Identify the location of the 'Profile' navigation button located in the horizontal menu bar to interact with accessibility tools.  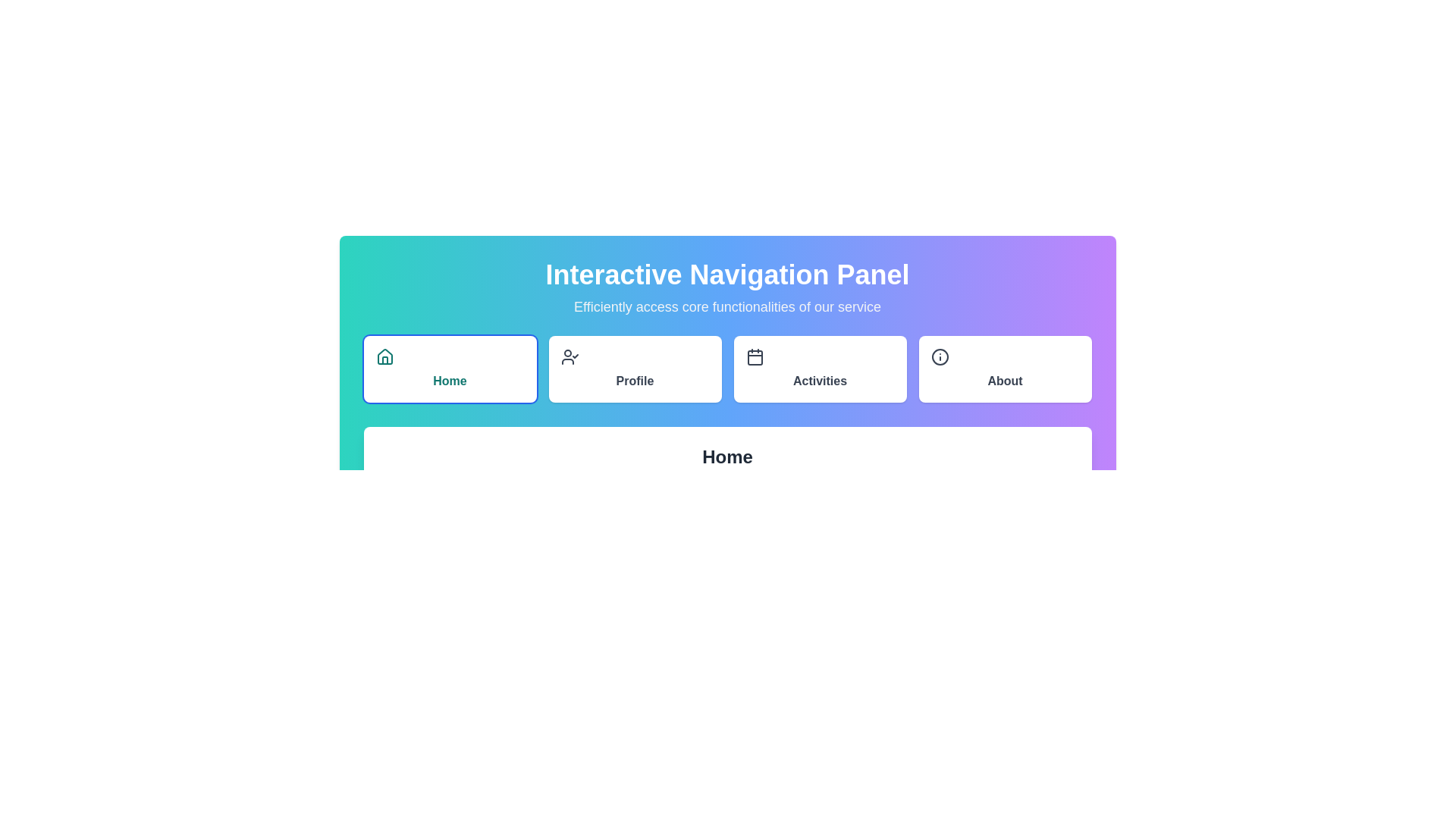
(635, 380).